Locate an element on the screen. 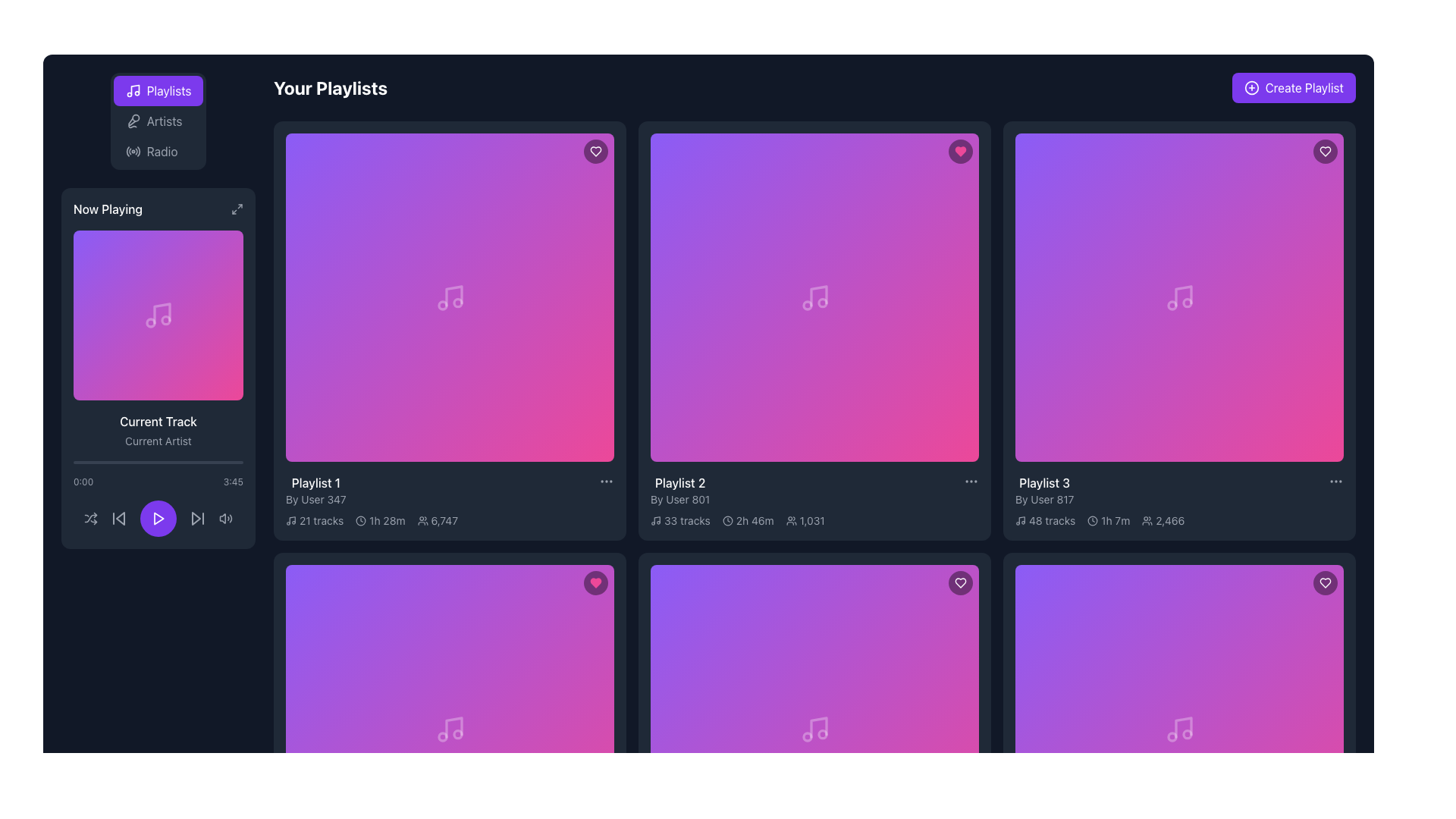 The width and height of the screenshot is (1456, 819). the text label displaying the numeric value '6,747' which is located to the right of the user icon in the metadata section of 'Playlist 1' is located at coordinates (444, 519).